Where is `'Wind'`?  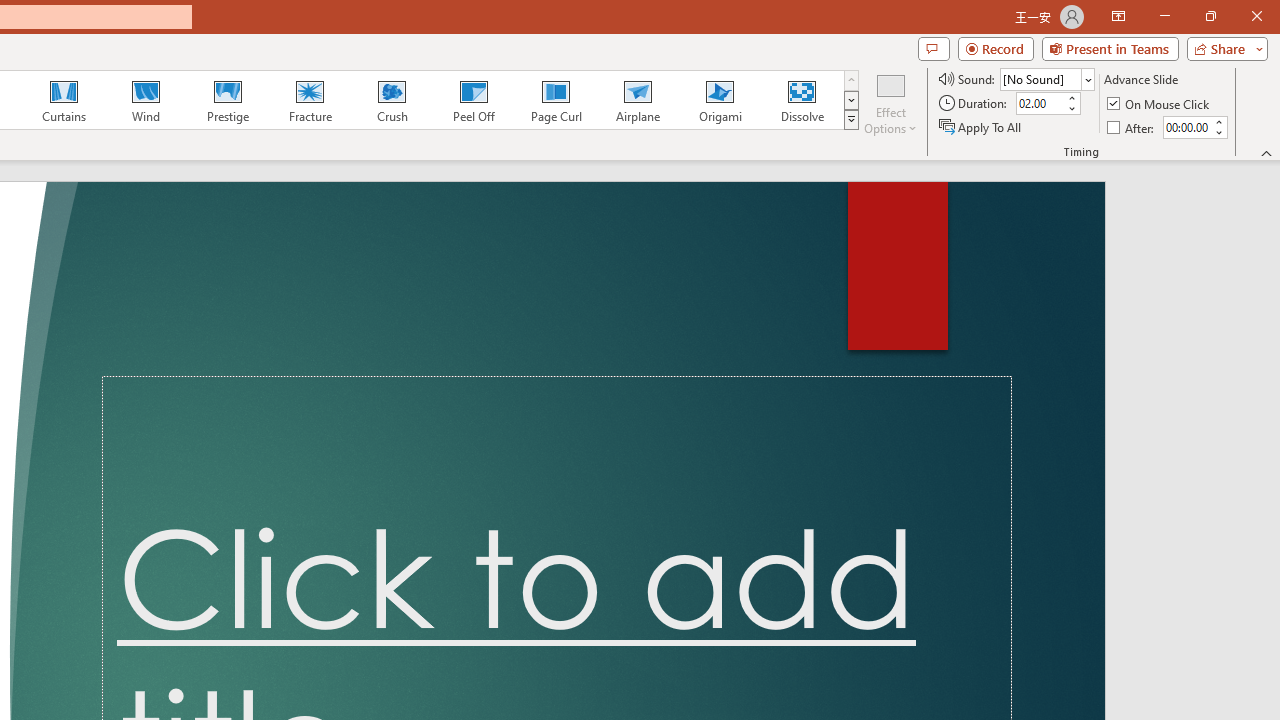 'Wind' is located at coordinates (144, 100).